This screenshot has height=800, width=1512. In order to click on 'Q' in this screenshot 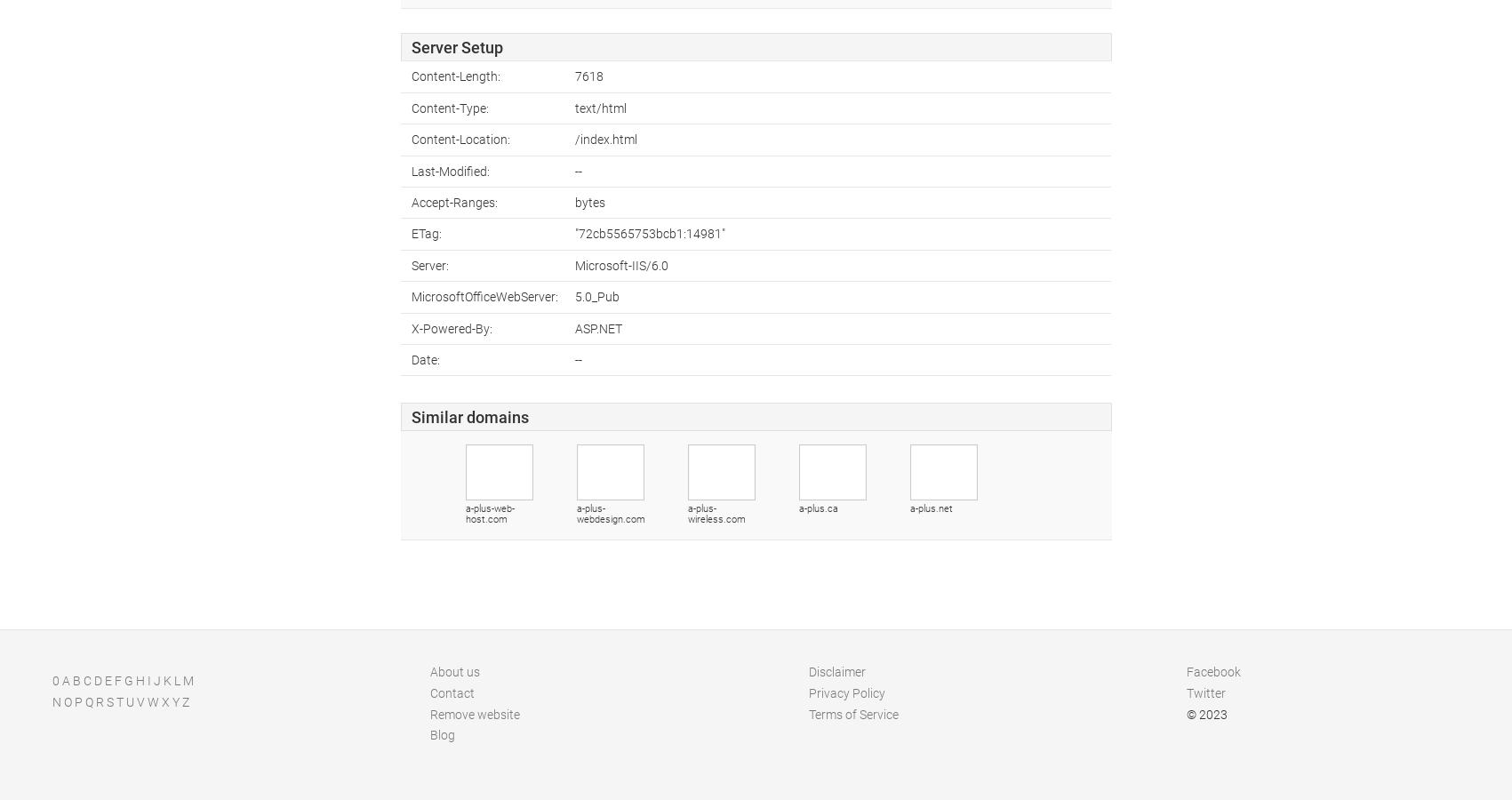, I will do `click(89, 701)`.